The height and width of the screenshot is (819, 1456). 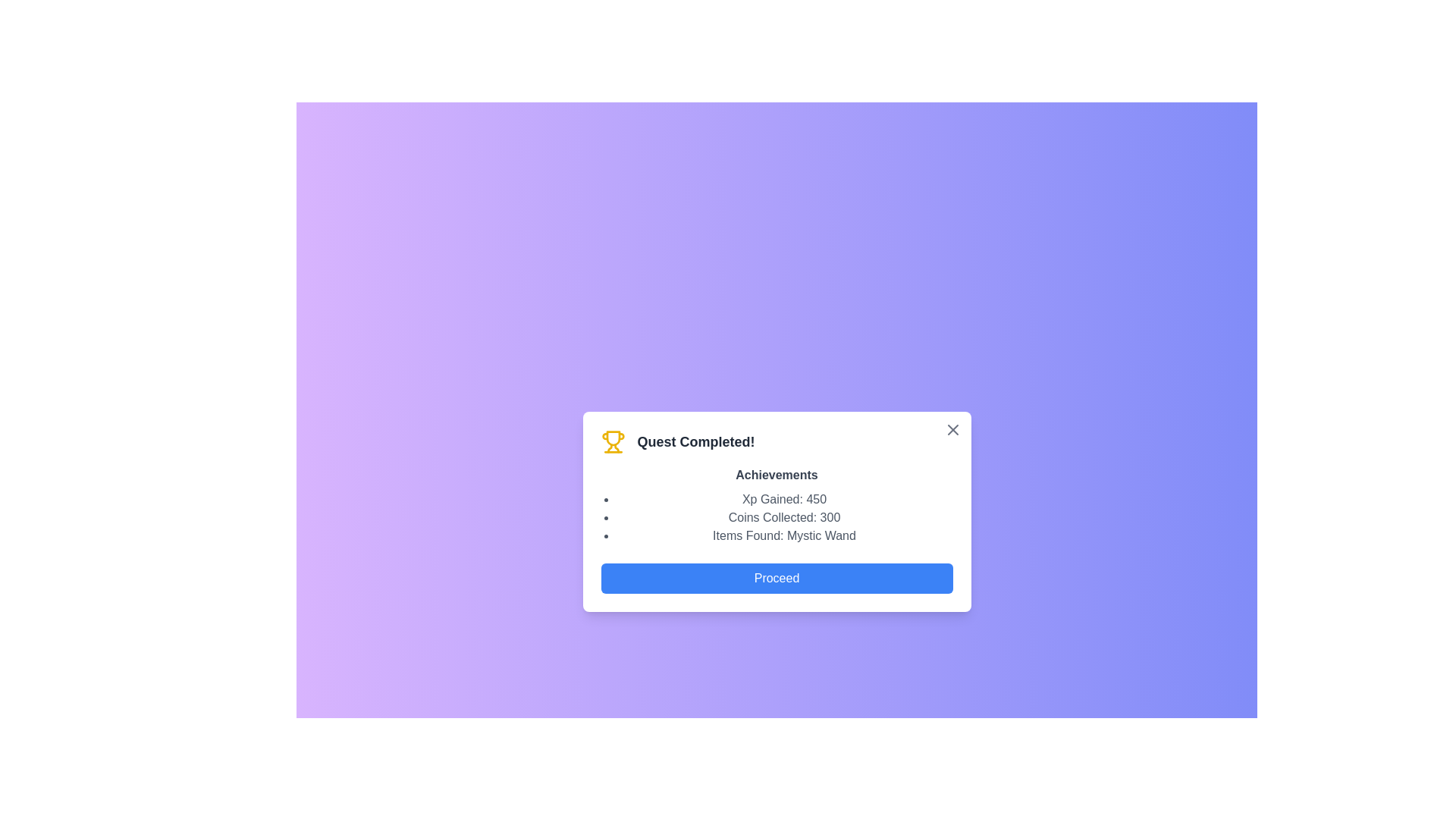 I want to click on the Trophy icon to emphasize it visually, so click(x=613, y=441).